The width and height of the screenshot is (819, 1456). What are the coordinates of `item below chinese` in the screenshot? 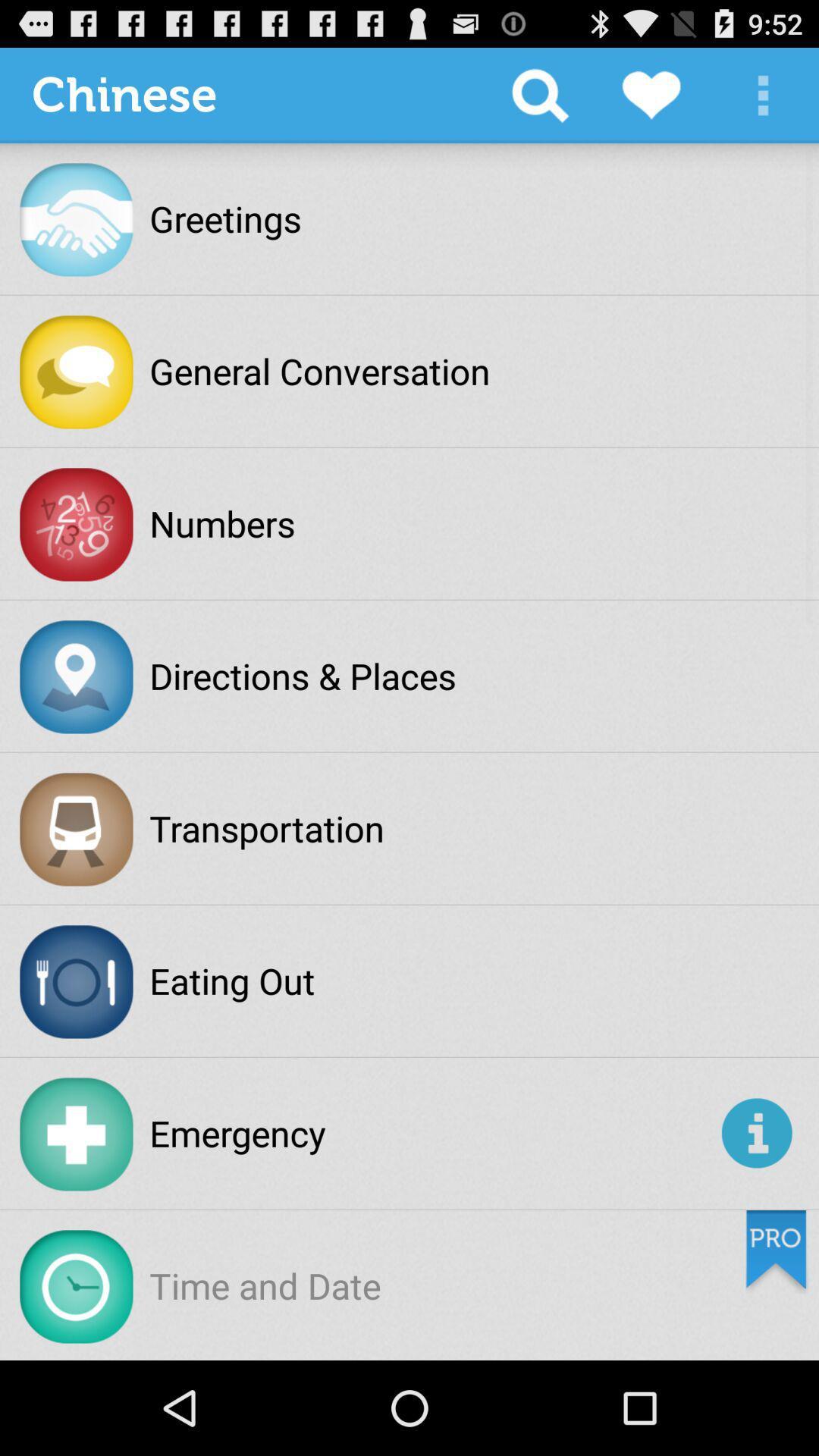 It's located at (225, 218).